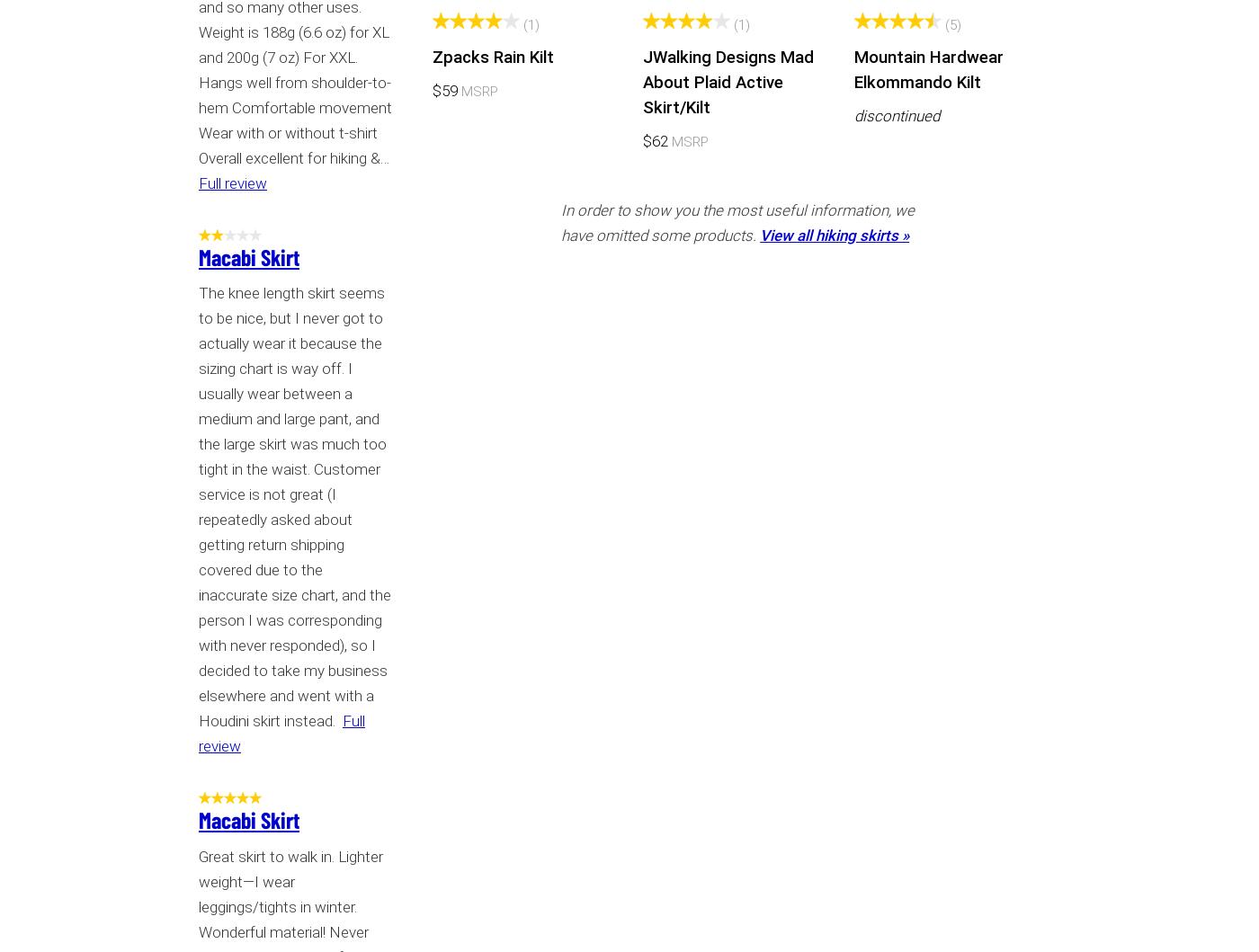 This screenshot has width=1259, height=952. What do you see at coordinates (432, 57) in the screenshot?
I see `'Zpacks Rain Kilt'` at bounding box center [432, 57].